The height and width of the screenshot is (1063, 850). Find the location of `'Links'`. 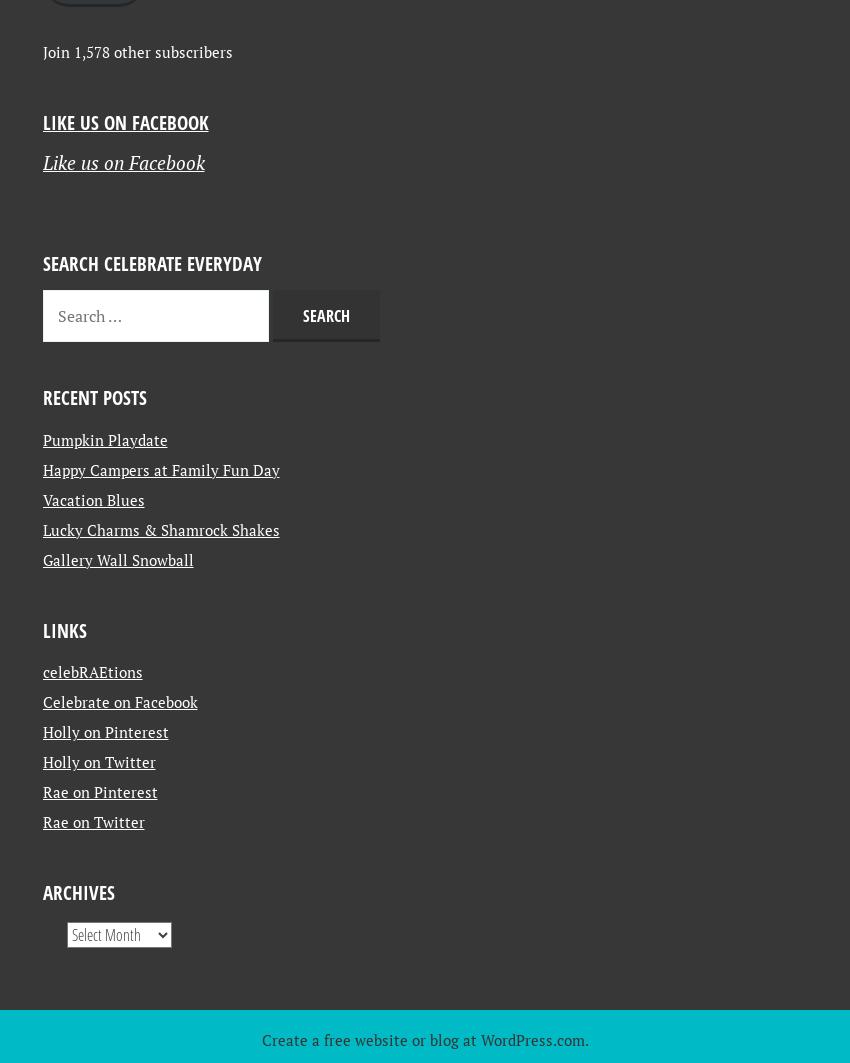

'Links' is located at coordinates (64, 801).